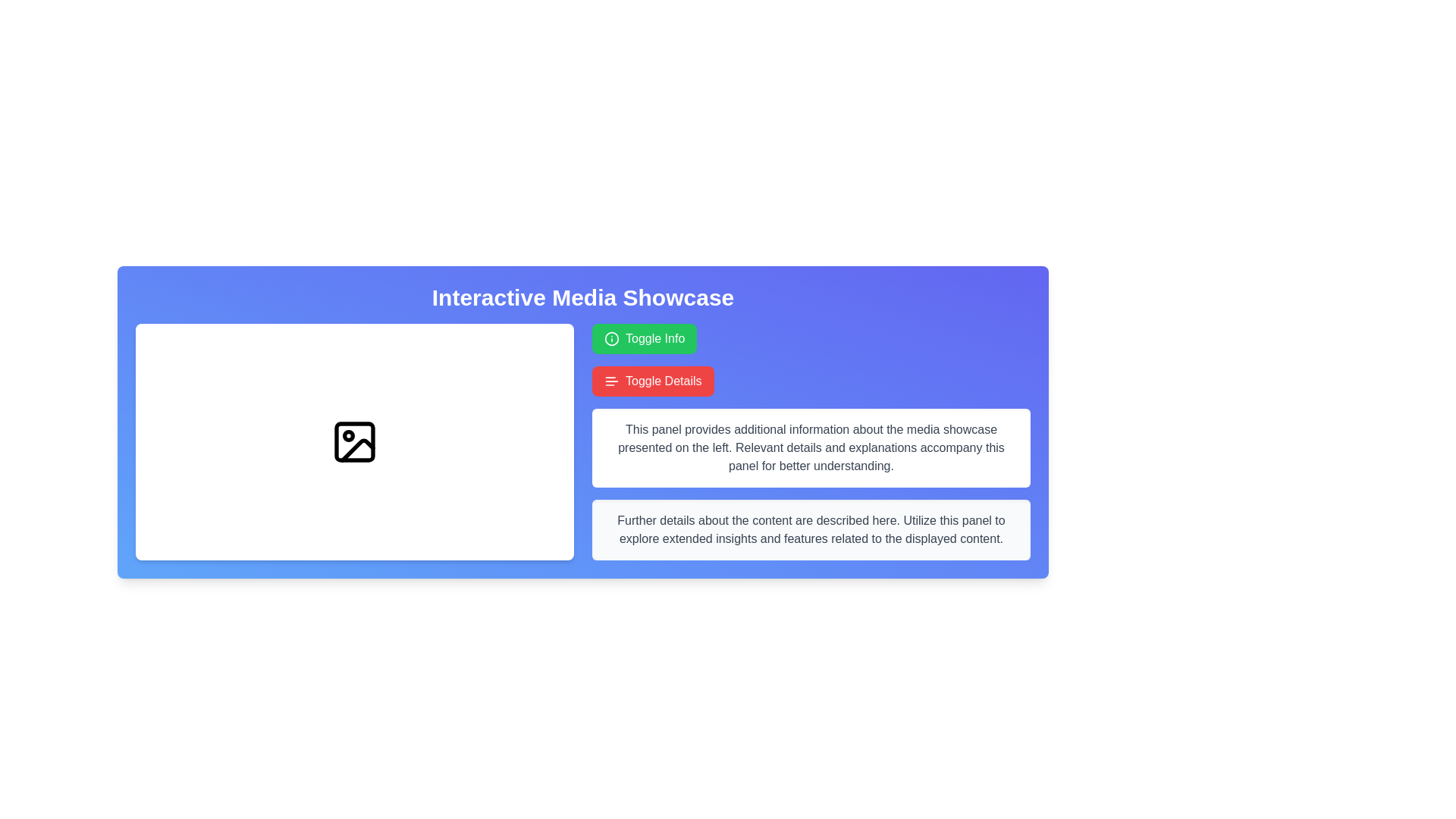 The image size is (1456, 819). I want to click on the informational indicator icon located centrally within the green 'Toggle Info' button at the upper left section of the interface, so click(611, 338).